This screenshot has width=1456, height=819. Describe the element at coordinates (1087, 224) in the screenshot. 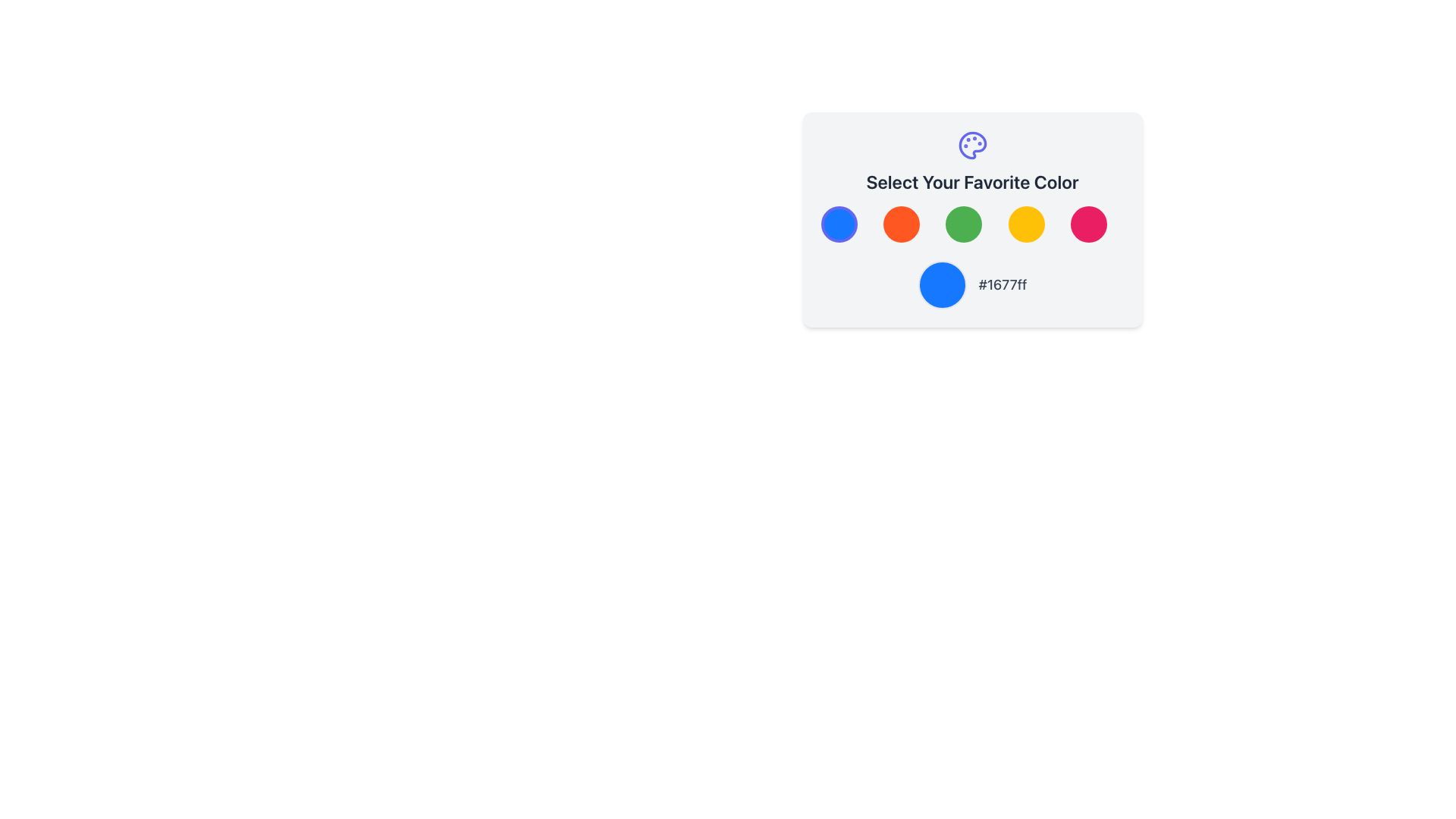

I see `the bright pink circular button located at the bottom-right position of the grid layout` at that location.